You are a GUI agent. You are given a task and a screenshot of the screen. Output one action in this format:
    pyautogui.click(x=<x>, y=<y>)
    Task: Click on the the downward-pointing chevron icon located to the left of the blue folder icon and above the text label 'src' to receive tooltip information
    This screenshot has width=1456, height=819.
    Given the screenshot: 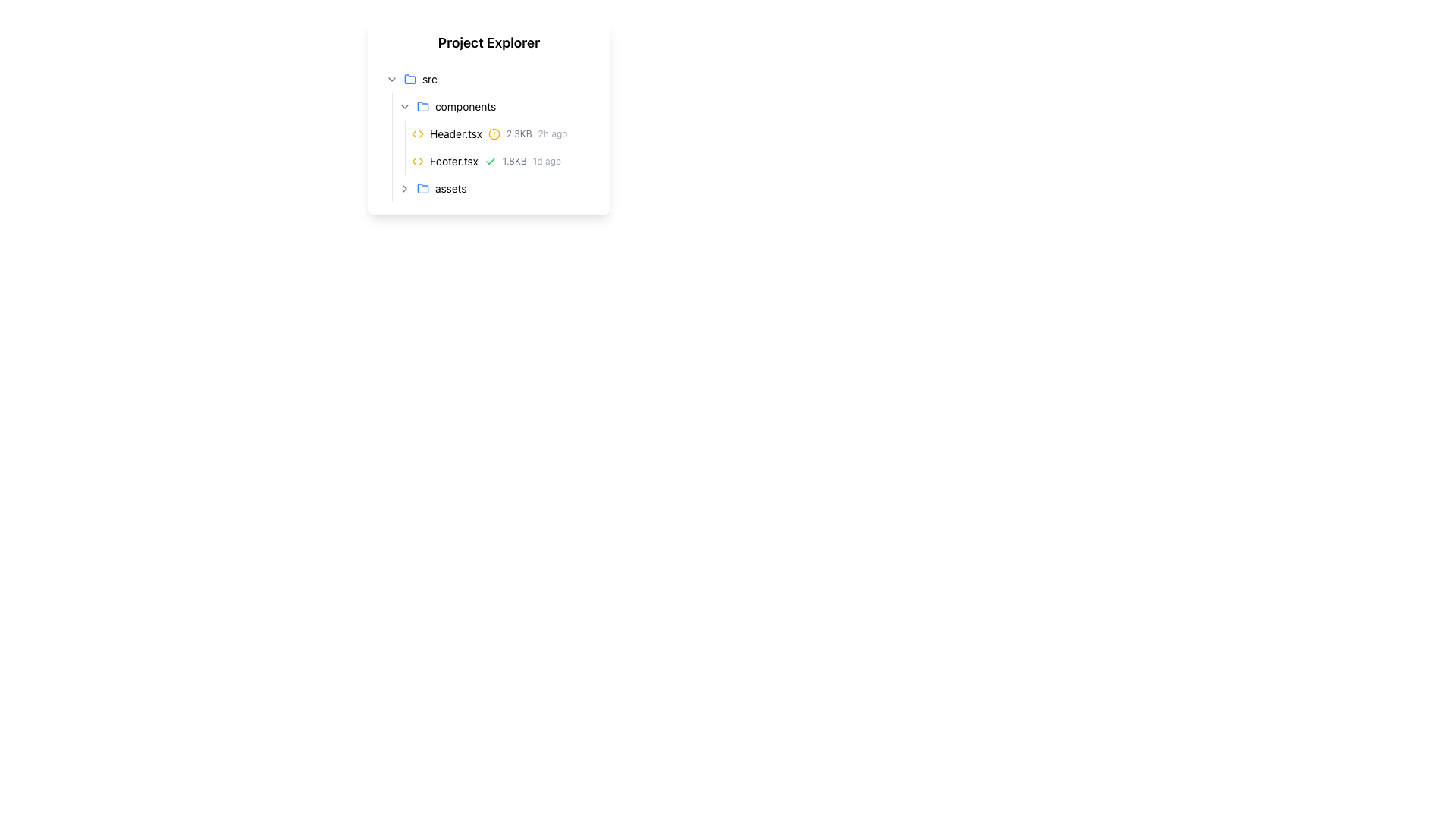 What is the action you would take?
    pyautogui.click(x=392, y=79)
    